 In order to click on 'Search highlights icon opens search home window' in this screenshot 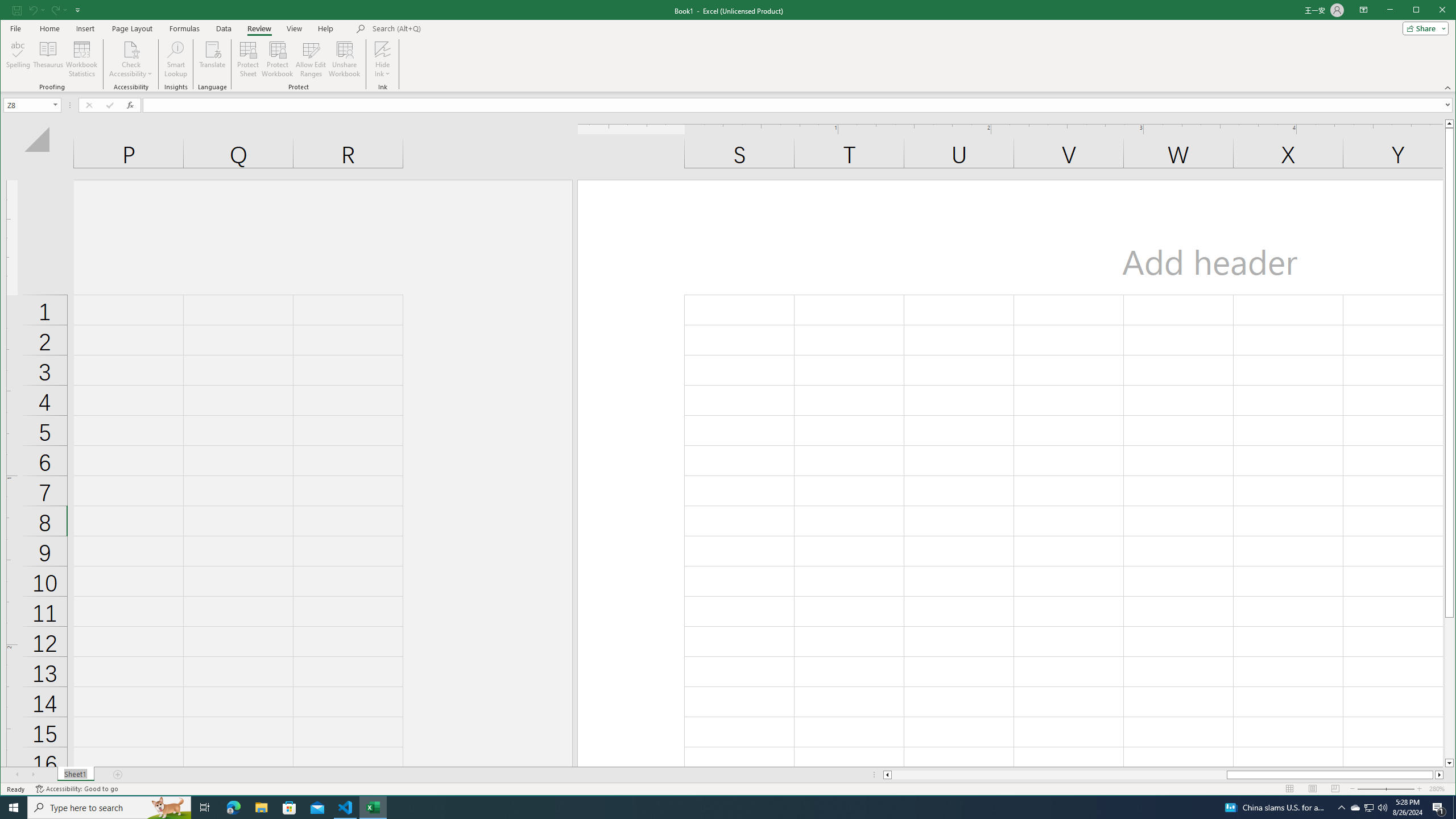, I will do `click(167, 806)`.